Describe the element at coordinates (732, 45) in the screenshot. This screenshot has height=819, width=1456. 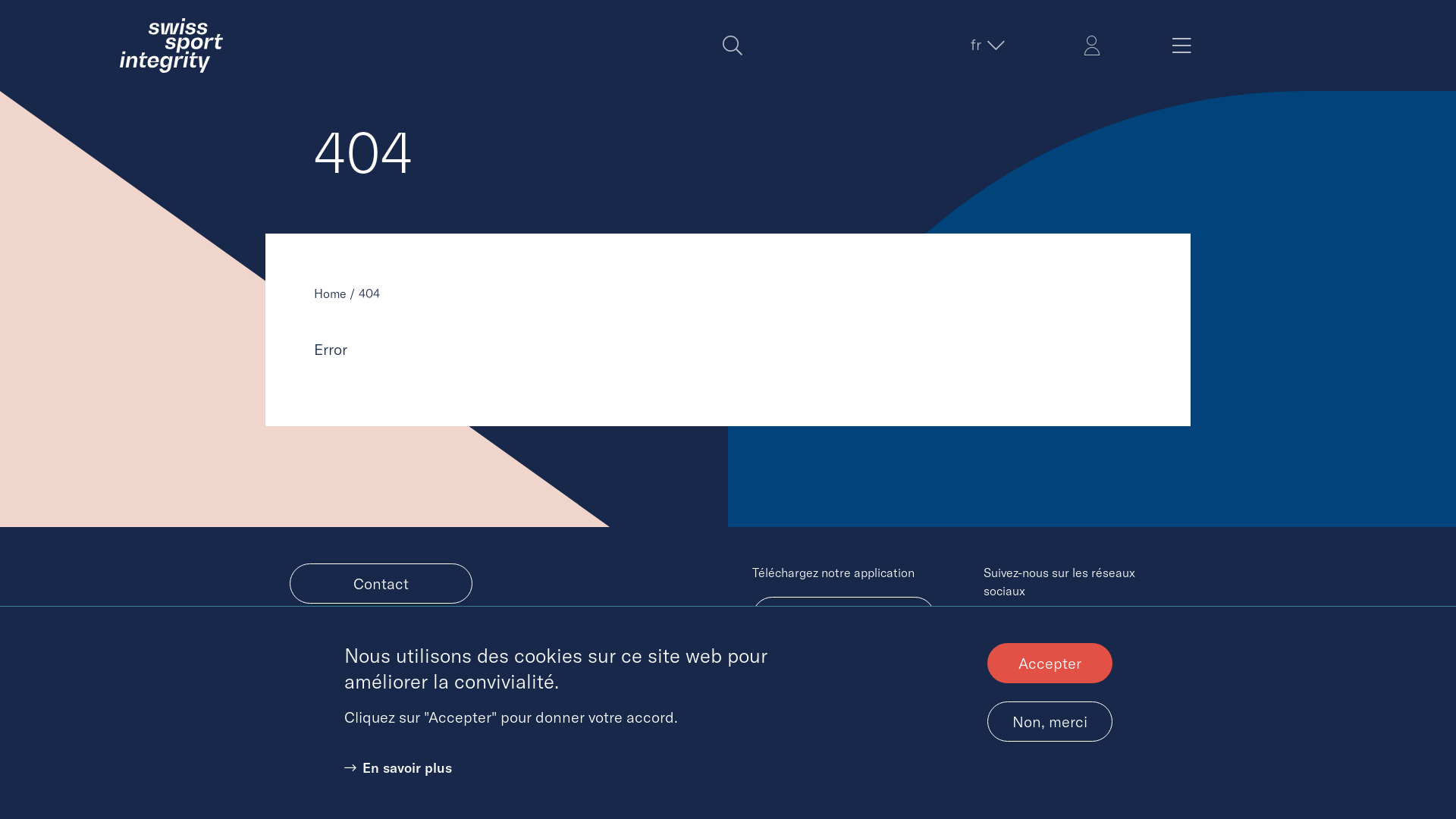
I see `'Search'` at that location.